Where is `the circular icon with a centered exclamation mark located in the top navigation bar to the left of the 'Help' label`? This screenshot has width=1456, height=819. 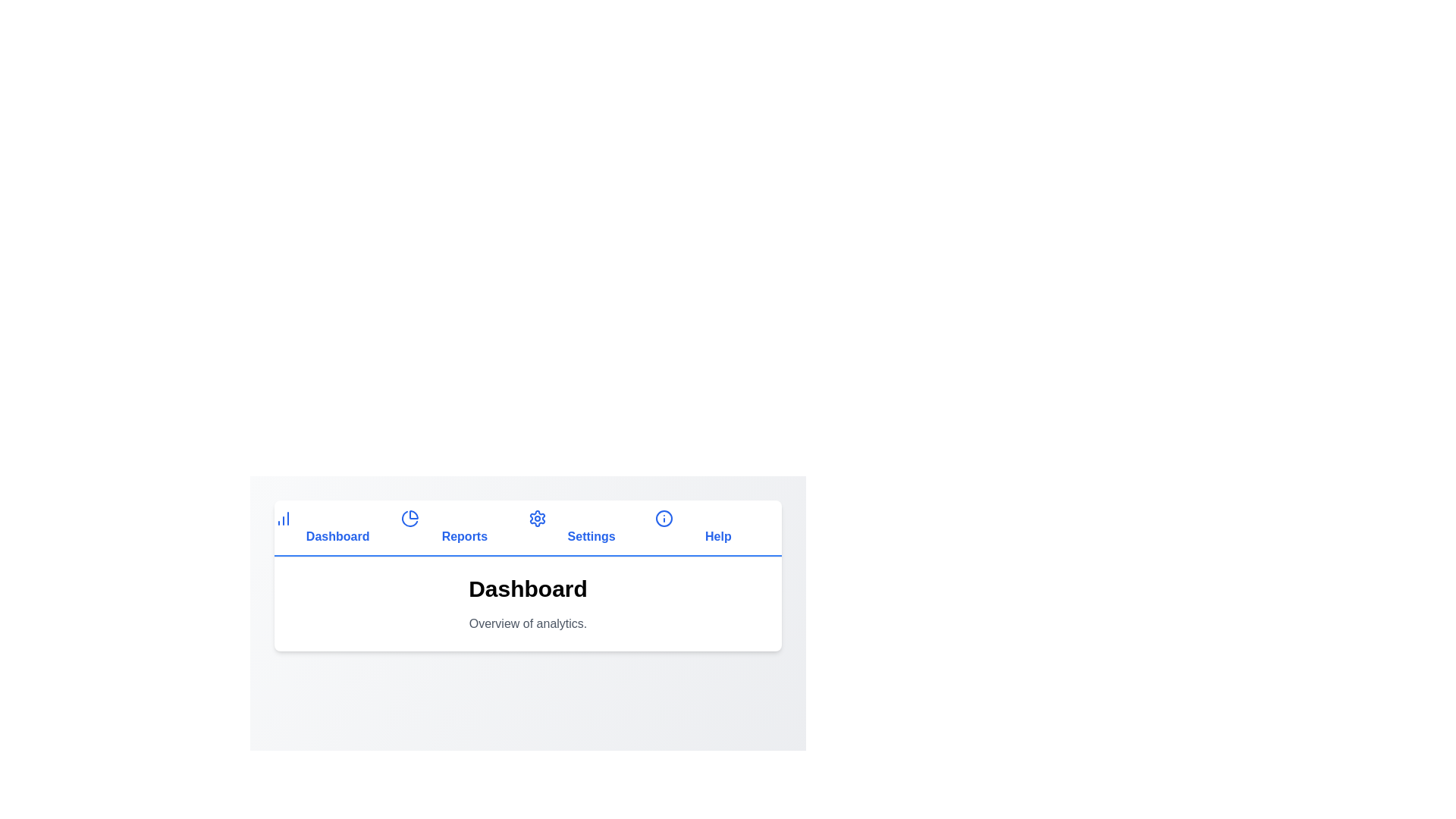
the circular icon with a centered exclamation mark located in the top navigation bar to the left of the 'Help' label is located at coordinates (664, 517).